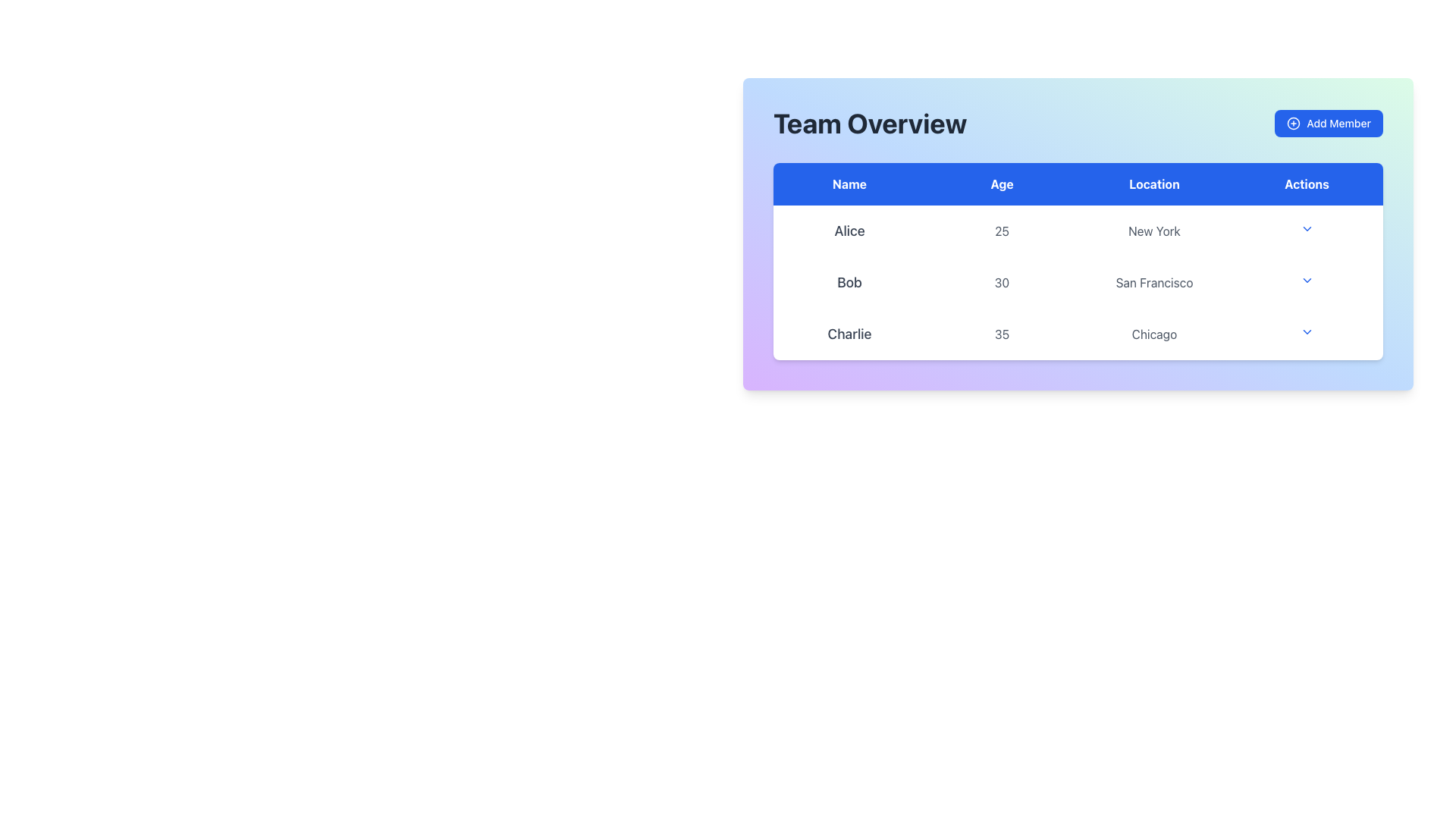 Image resolution: width=1456 pixels, height=819 pixels. I want to click on the small blue downward-pointing arrow icon at the end of the row for 'Alice25New York' in the 'Actions' column, so click(1306, 231).